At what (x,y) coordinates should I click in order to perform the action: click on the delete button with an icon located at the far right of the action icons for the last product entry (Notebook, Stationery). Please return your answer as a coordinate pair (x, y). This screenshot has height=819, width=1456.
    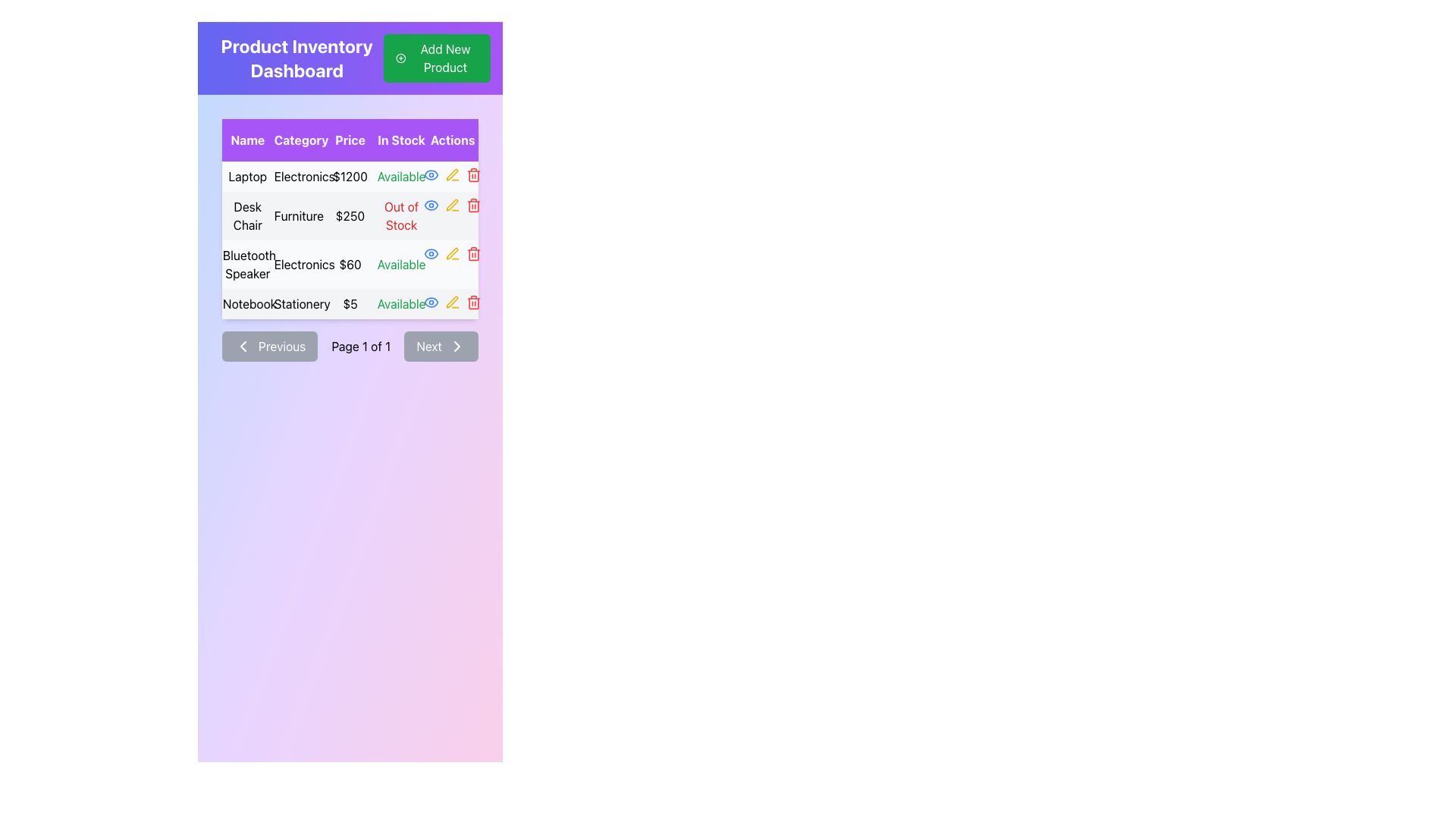
    Looking at the image, I should click on (473, 302).